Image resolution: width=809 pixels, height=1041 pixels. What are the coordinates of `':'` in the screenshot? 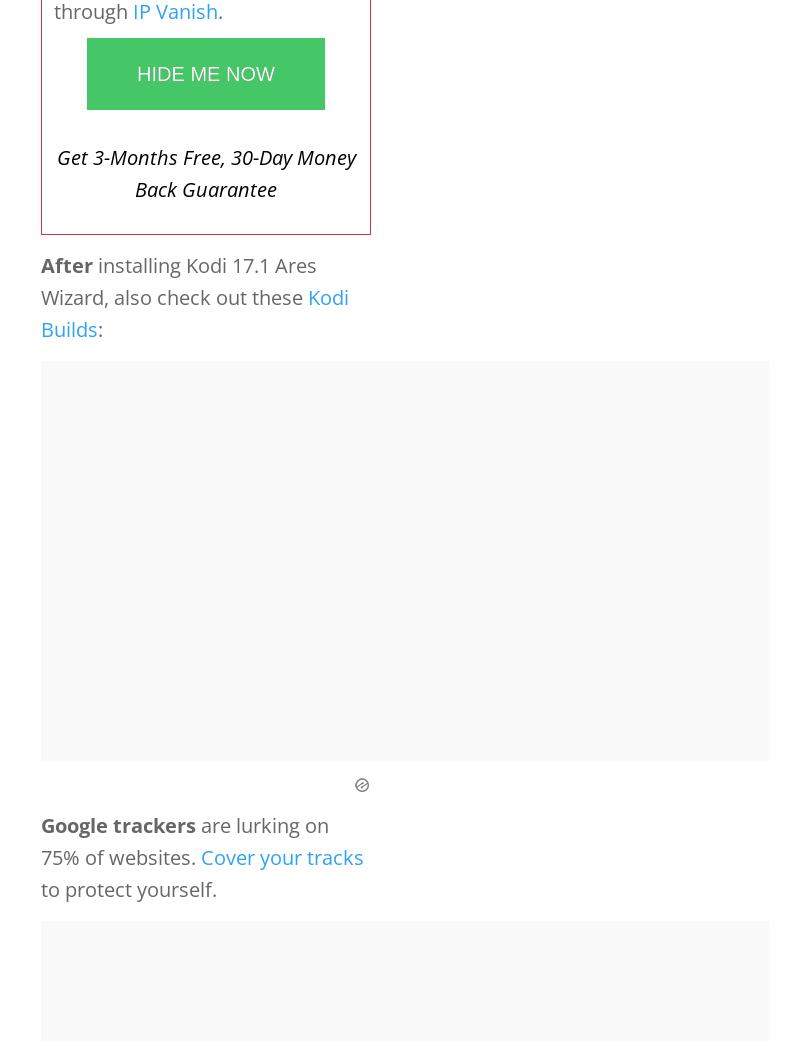 It's located at (100, 328).